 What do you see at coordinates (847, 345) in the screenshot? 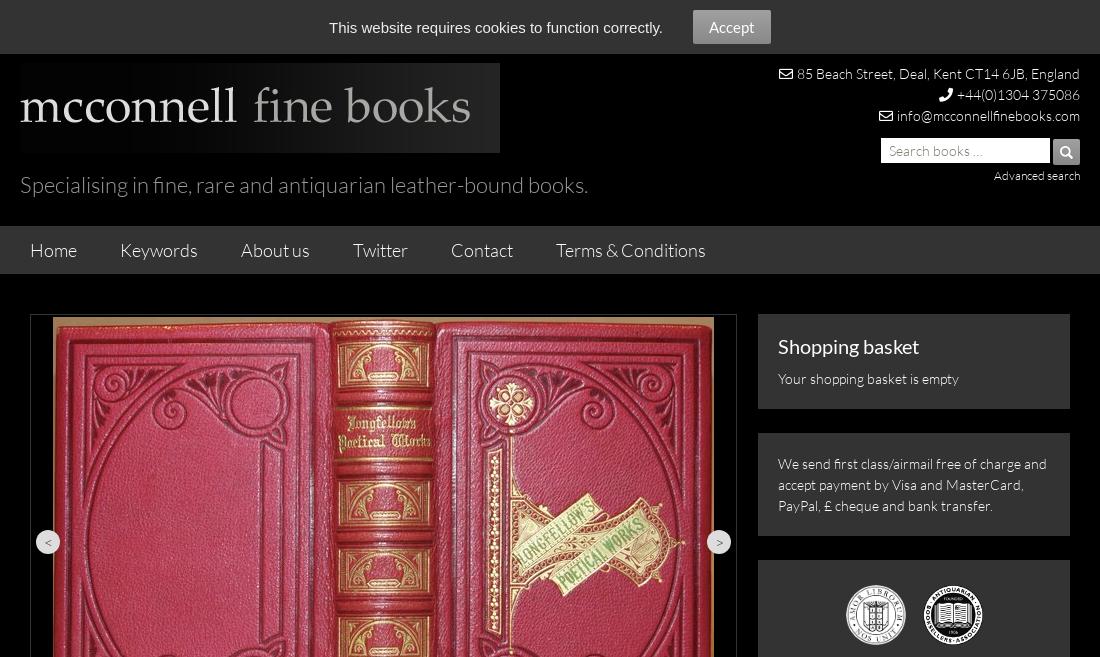
I see `'Shopping basket'` at bounding box center [847, 345].